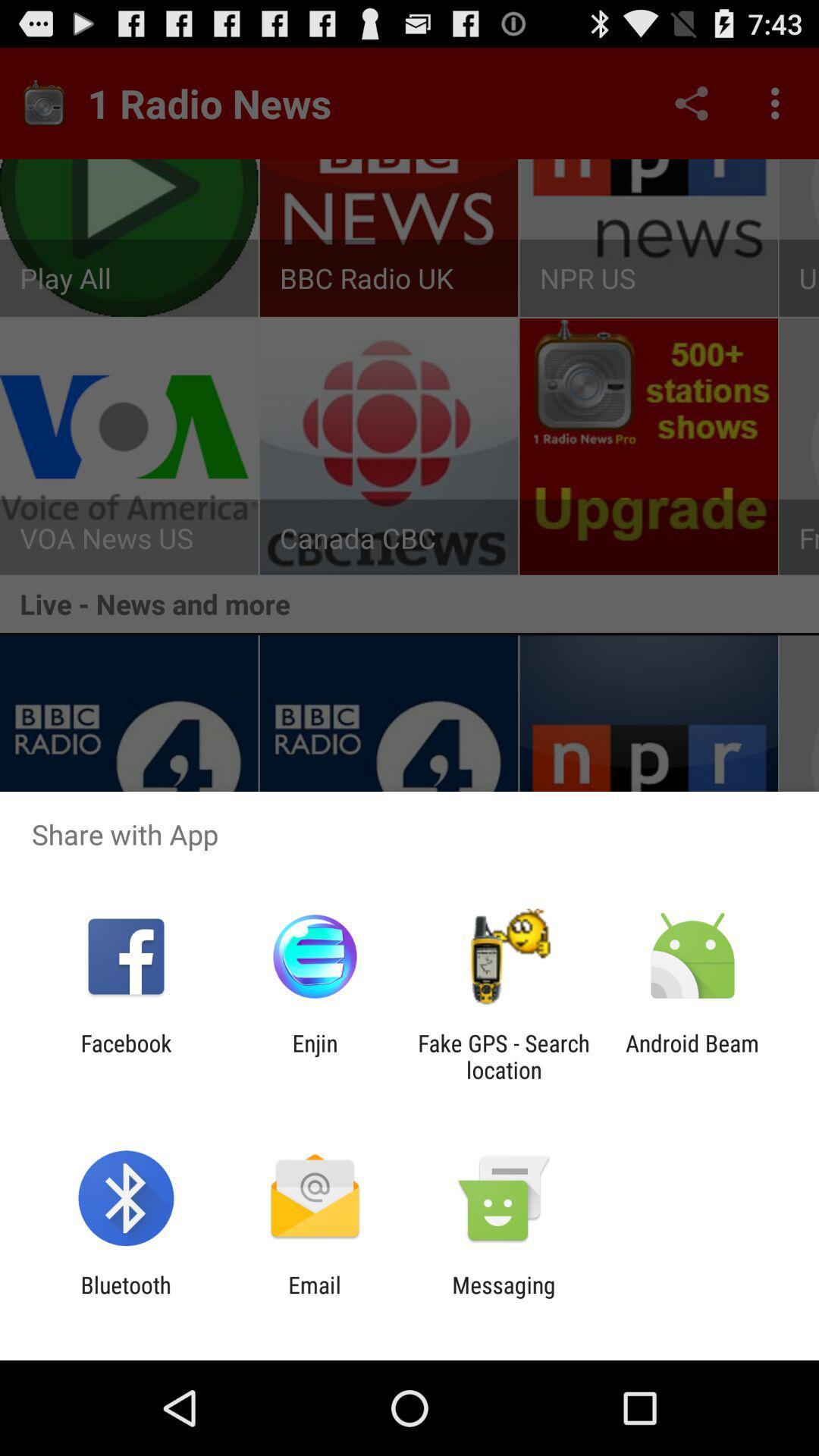 This screenshot has width=819, height=1456. What do you see at coordinates (125, 1298) in the screenshot?
I see `bluetooth item` at bounding box center [125, 1298].